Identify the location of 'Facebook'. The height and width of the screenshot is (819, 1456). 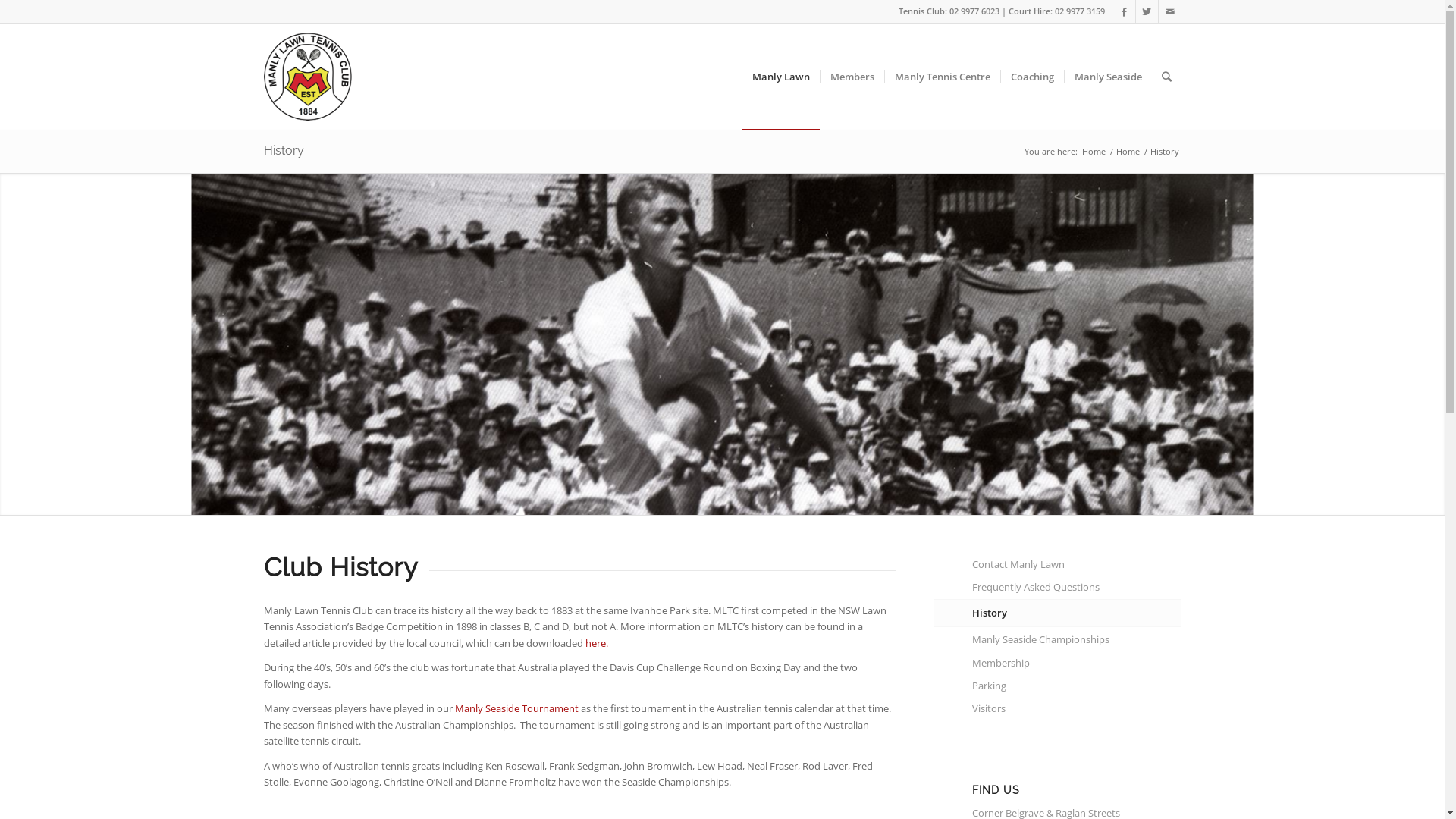
(1124, 11).